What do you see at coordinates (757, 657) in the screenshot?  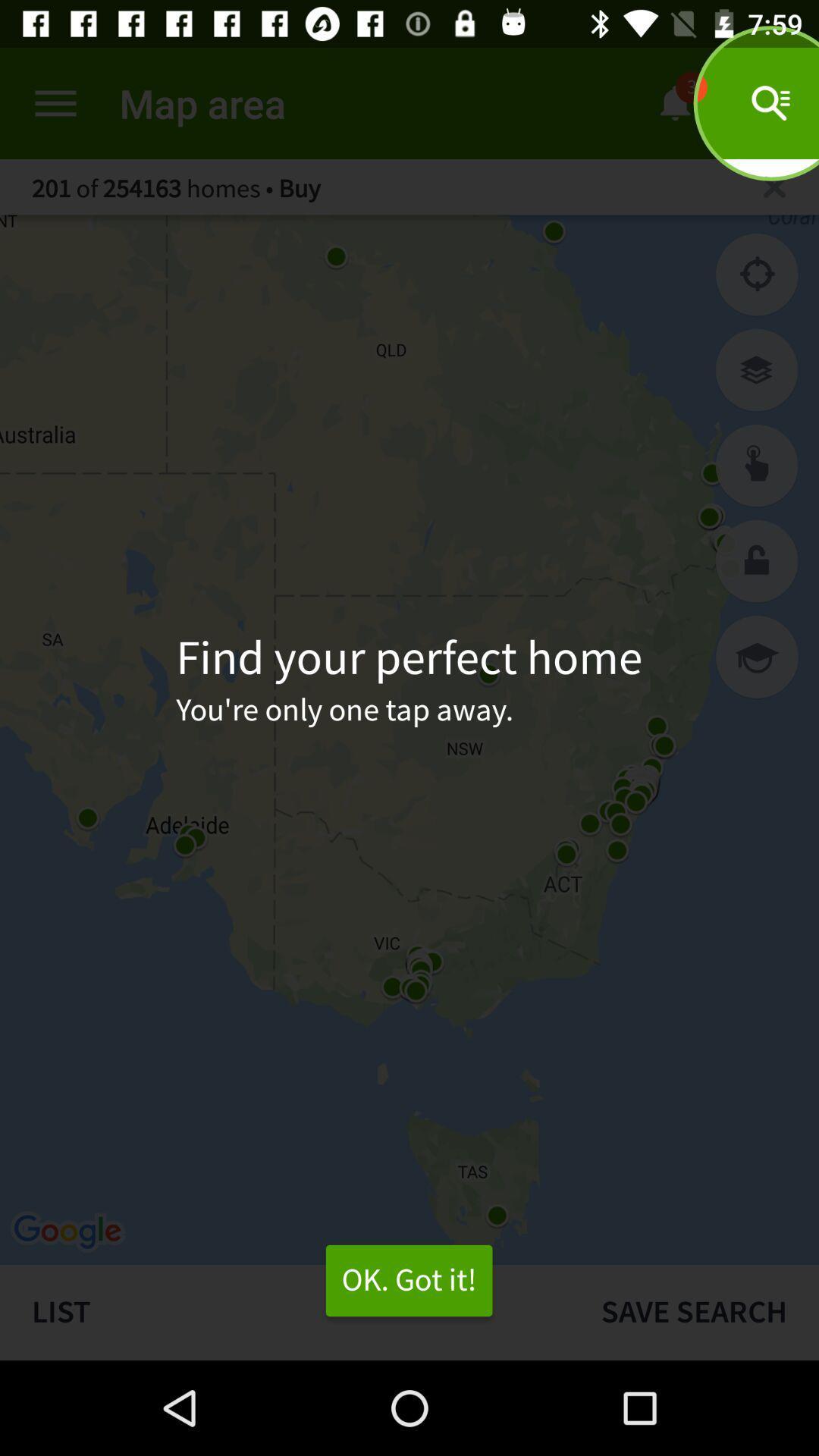 I see `the item to the right of the find your perfect` at bounding box center [757, 657].